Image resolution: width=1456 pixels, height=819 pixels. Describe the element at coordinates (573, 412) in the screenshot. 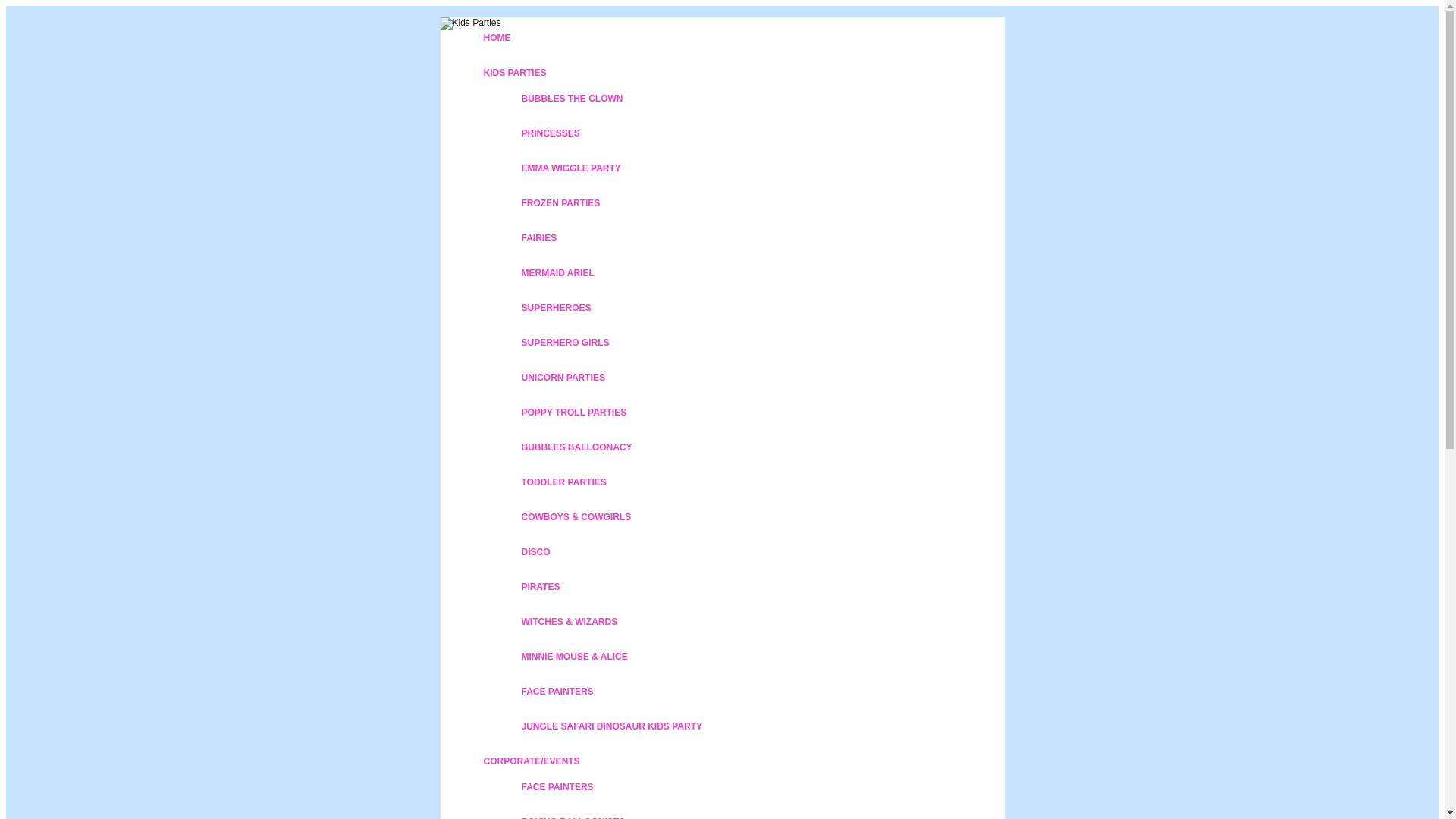

I see `'POPPY TROLL PARTIES'` at that location.